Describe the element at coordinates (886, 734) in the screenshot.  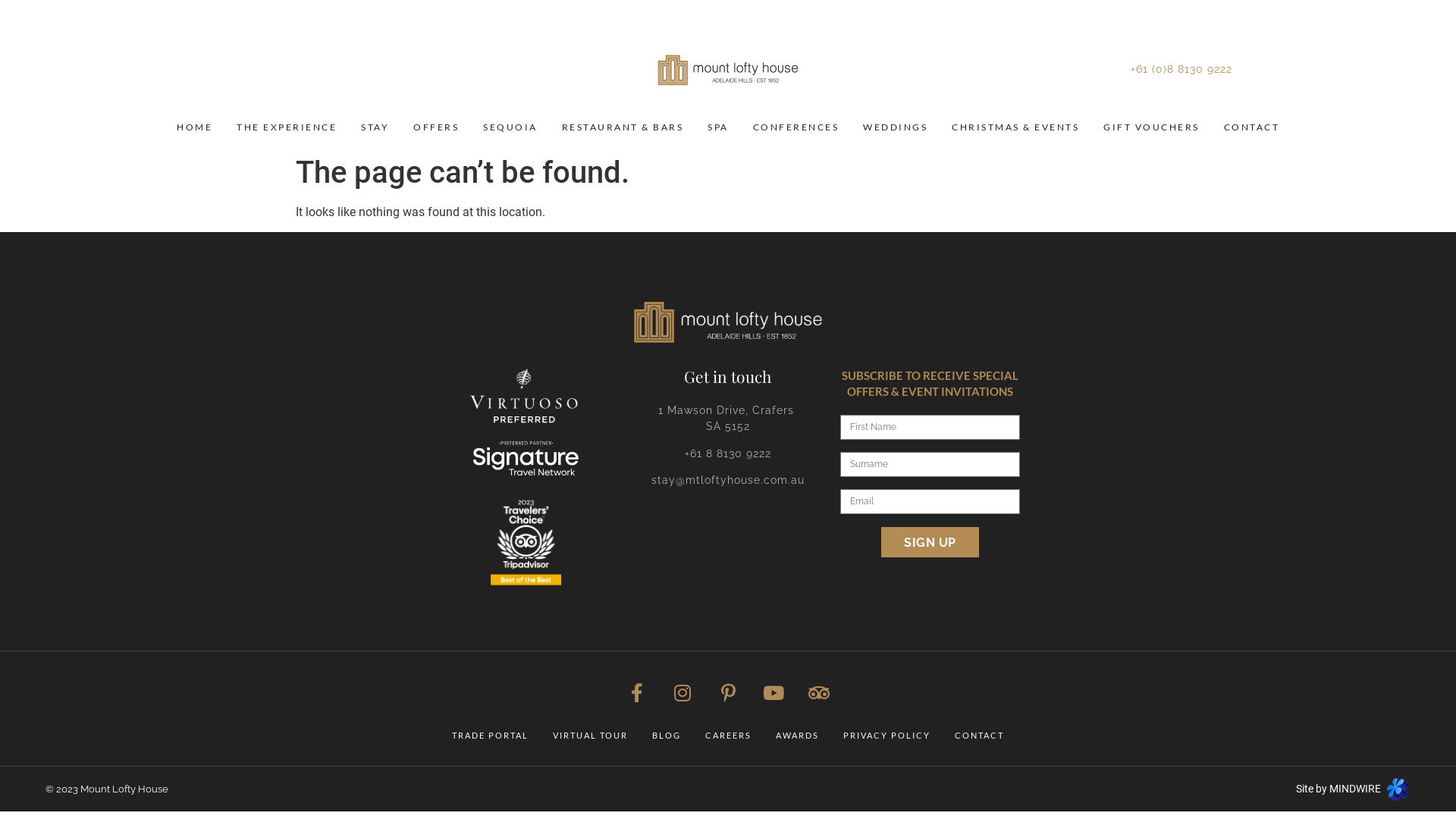
I see `'PRIVACY POLICY'` at that location.